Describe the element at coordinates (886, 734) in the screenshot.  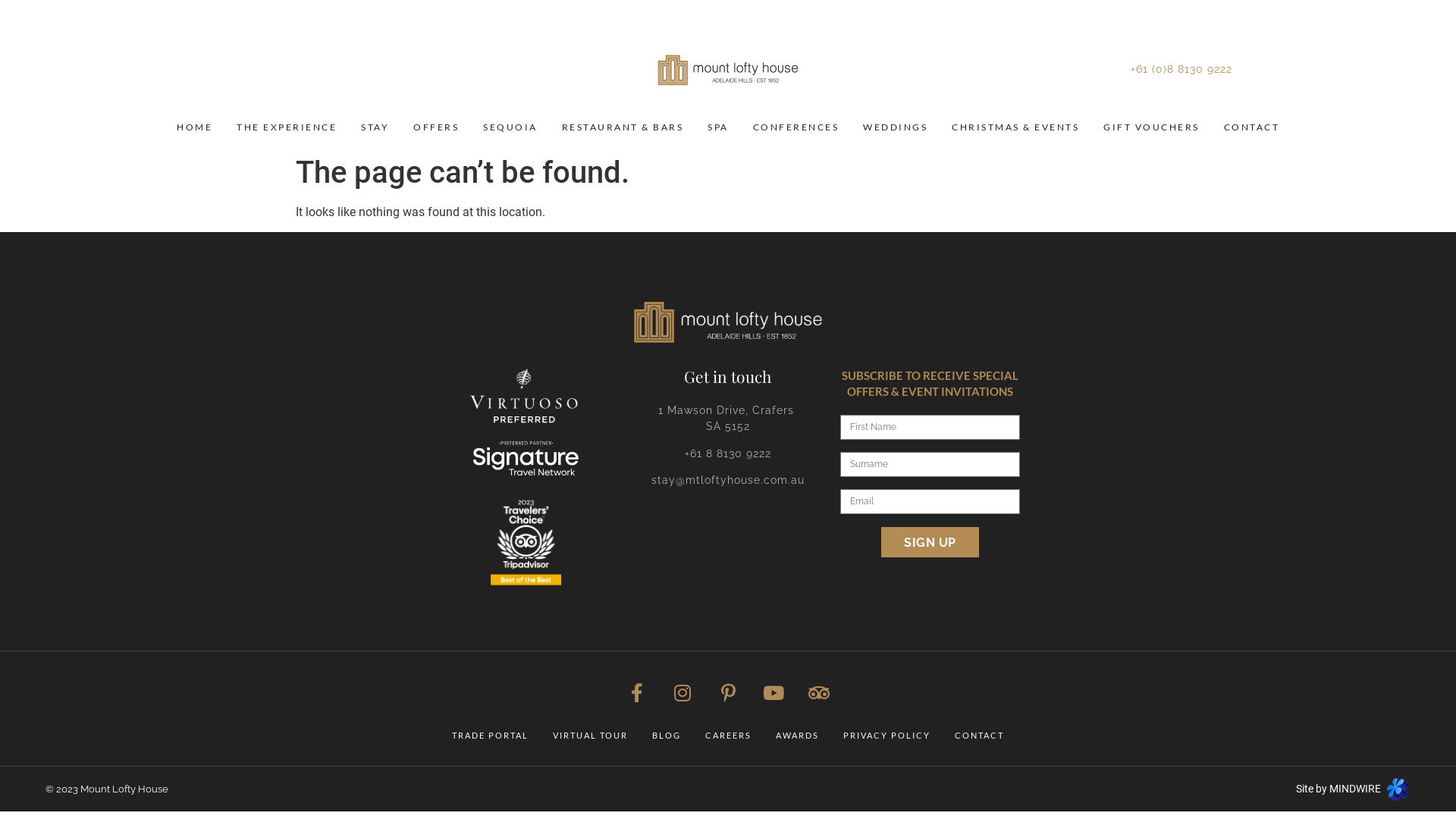
I see `'PRIVACY POLICY'` at that location.